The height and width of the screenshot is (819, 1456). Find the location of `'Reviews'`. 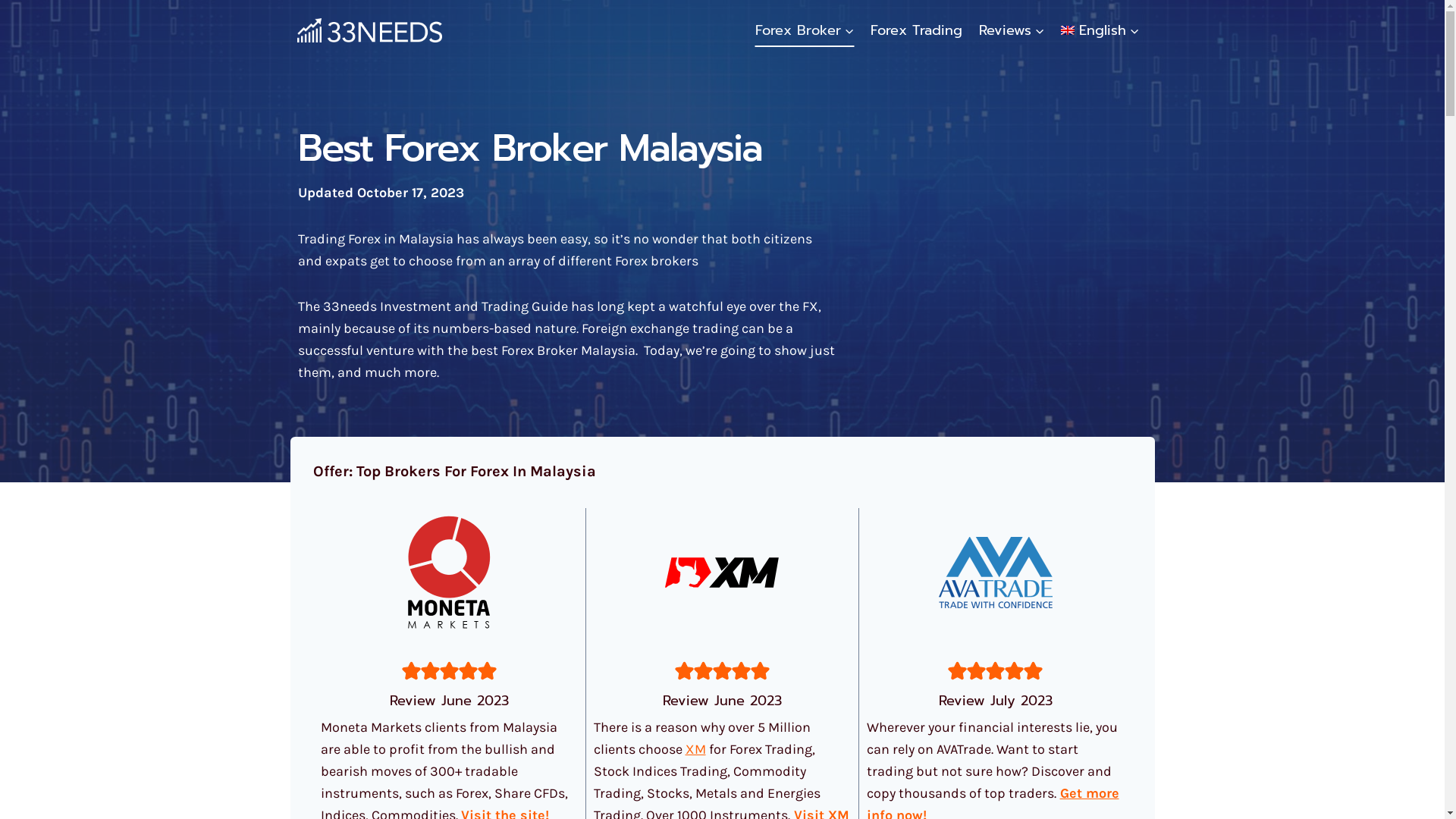

'Reviews' is located at coordinates (1012, 30).